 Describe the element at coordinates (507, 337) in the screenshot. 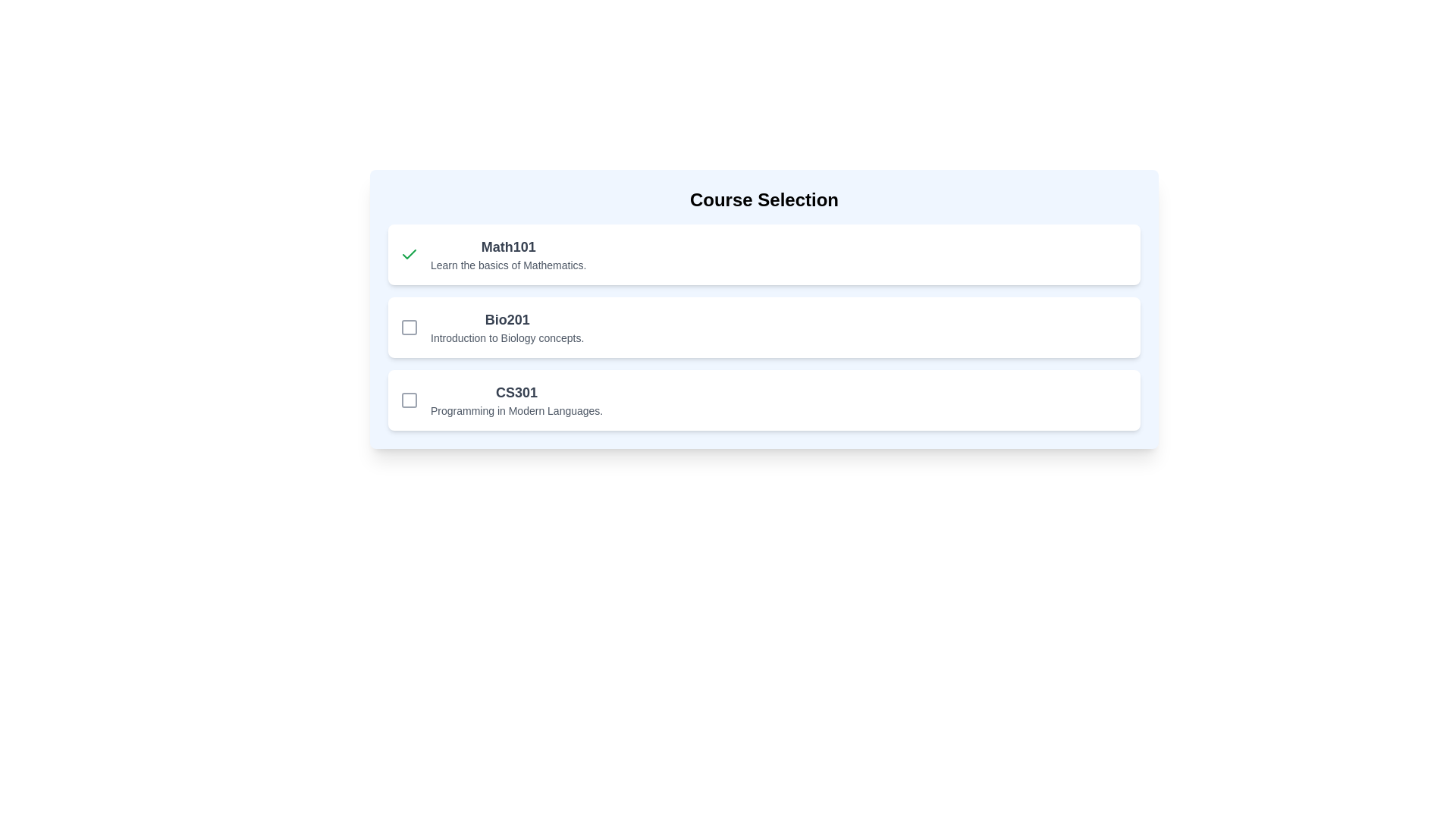

I see `the informative description text for the course 'Bio201', which is the second and smaller textual item directly below the title in the section labeled 'Bio201'` at that location.